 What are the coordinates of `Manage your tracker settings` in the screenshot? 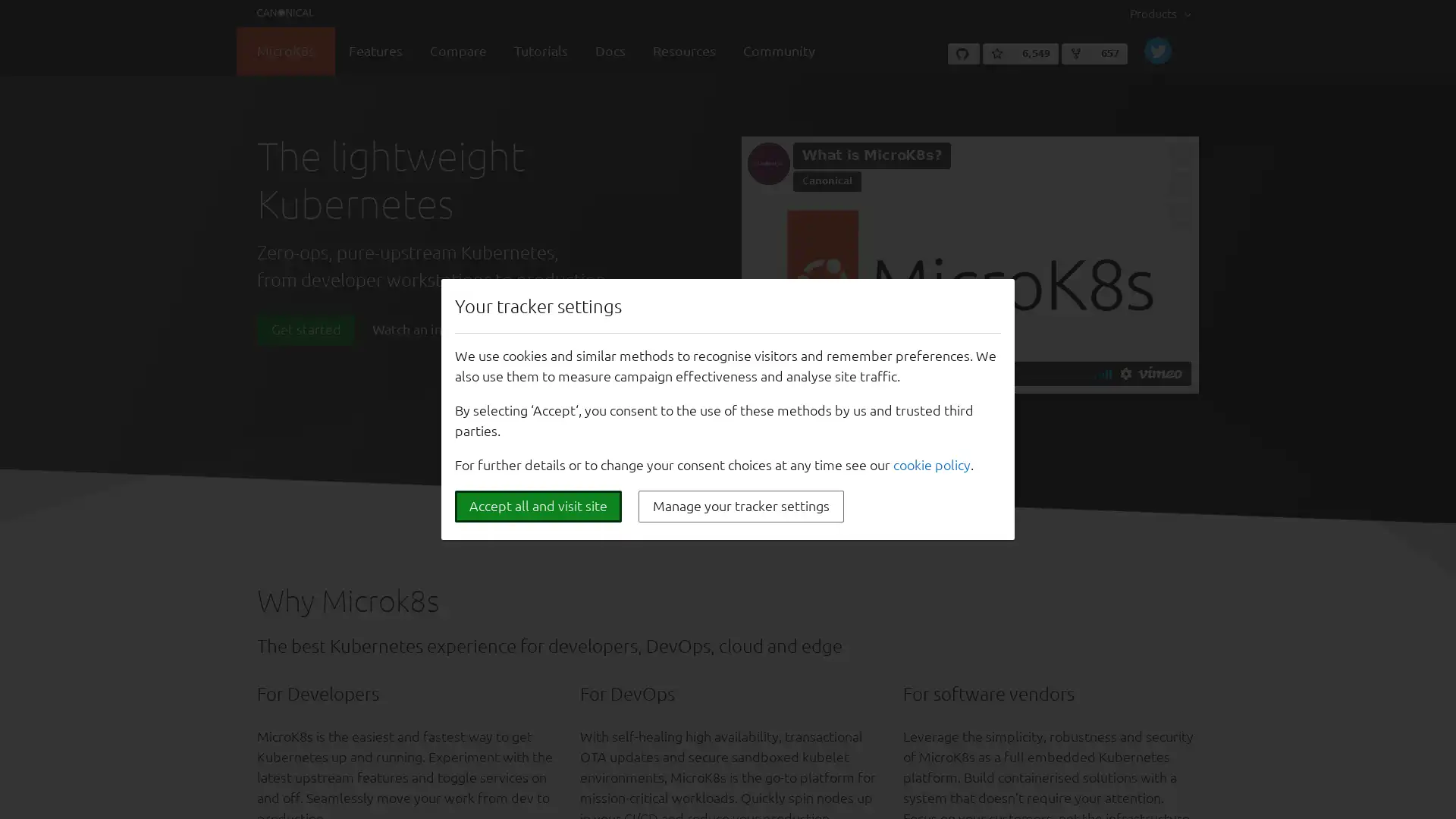 It's located at (741, 506).